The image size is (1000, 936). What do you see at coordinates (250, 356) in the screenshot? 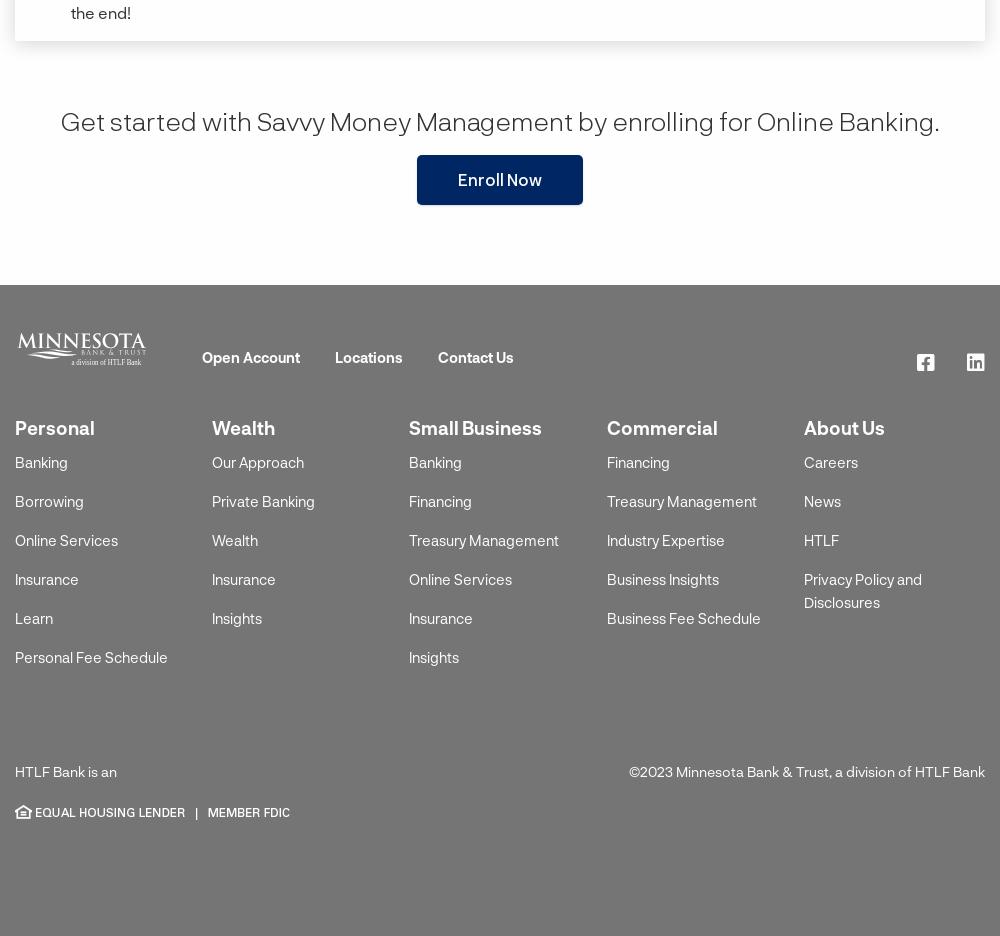
I see `'Open Account'` at bounding box center [250, 356].